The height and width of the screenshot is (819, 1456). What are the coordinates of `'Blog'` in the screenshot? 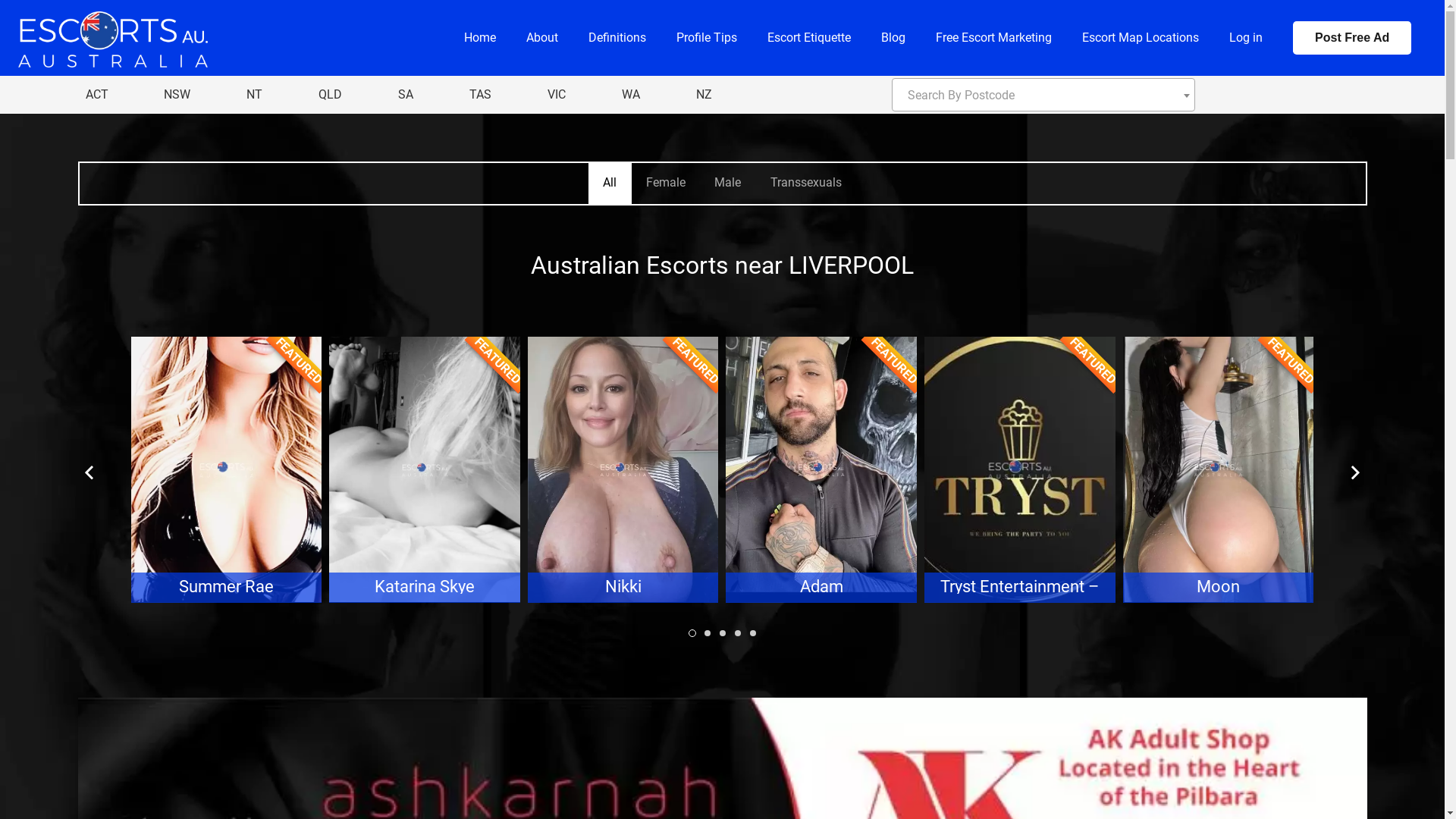 It's located at (893, 37).